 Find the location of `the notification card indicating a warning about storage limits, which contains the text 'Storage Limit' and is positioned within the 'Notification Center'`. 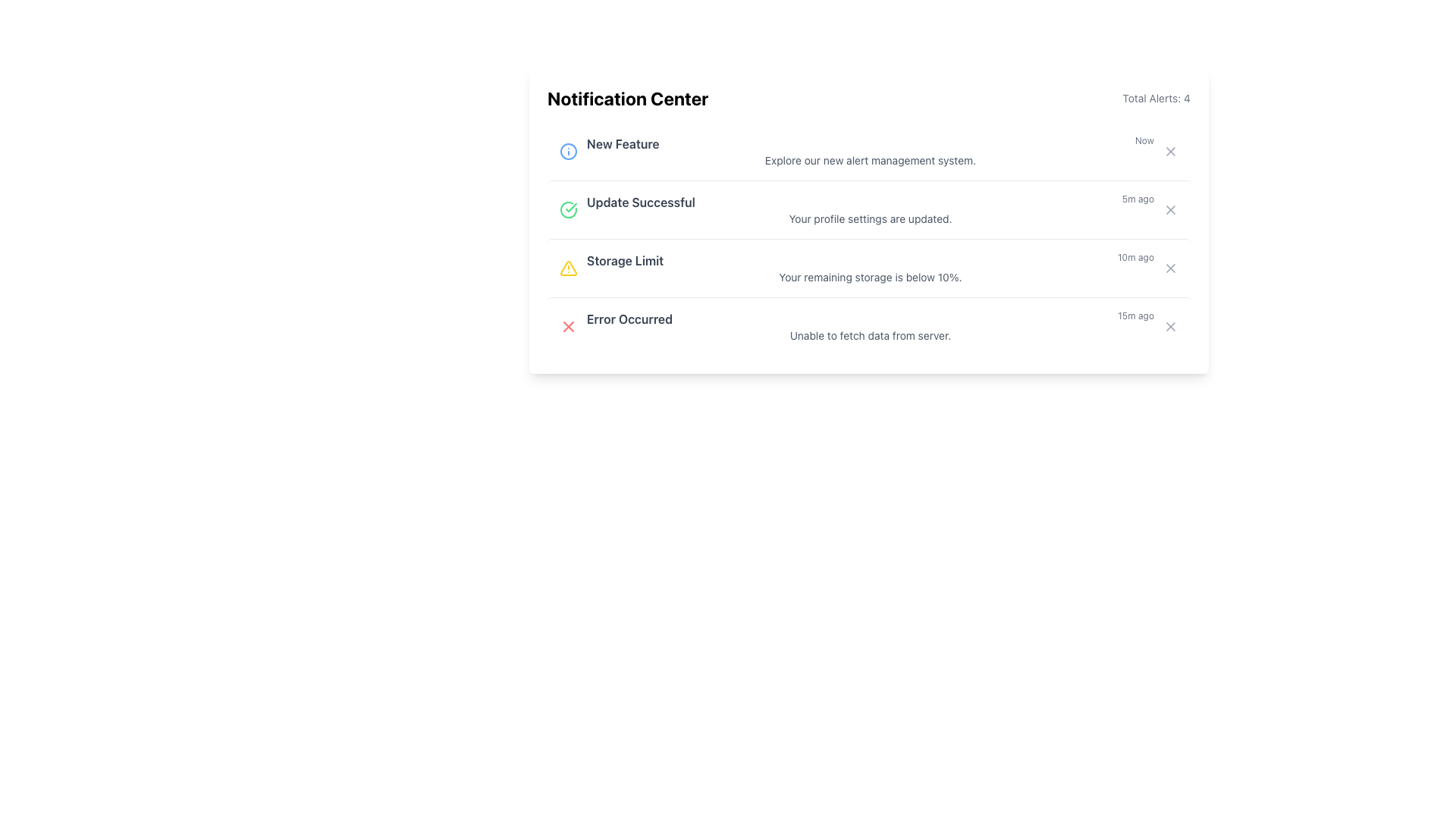

the notification card indicating a warning about storage limits, which contains the text 'Storage Limit' and is positioned within the 'Notification Center' is located at coordinates (869, 267).